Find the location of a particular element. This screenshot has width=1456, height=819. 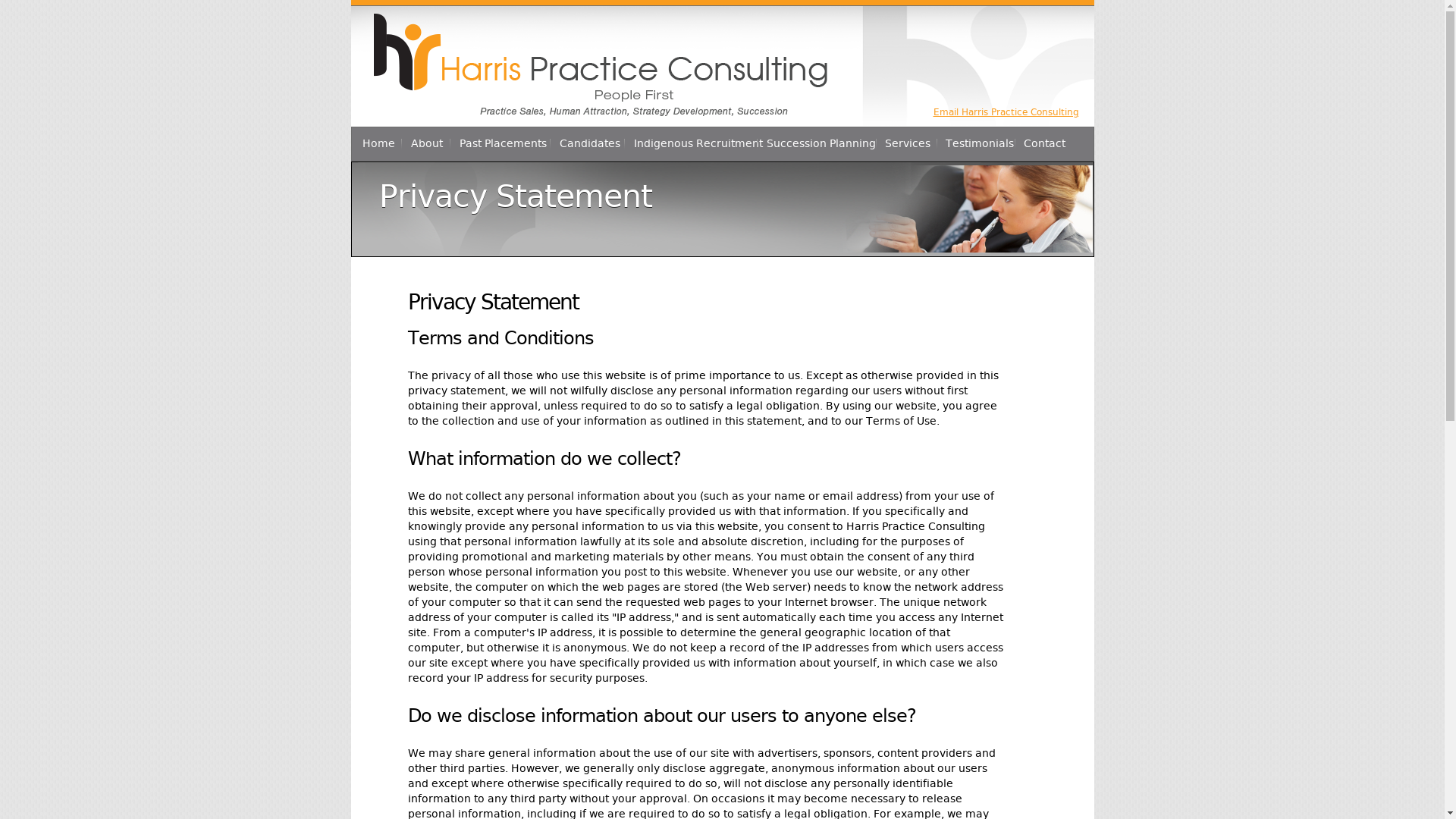

'Email Harris Practice Consulting' is located at coordinates (931, 111).